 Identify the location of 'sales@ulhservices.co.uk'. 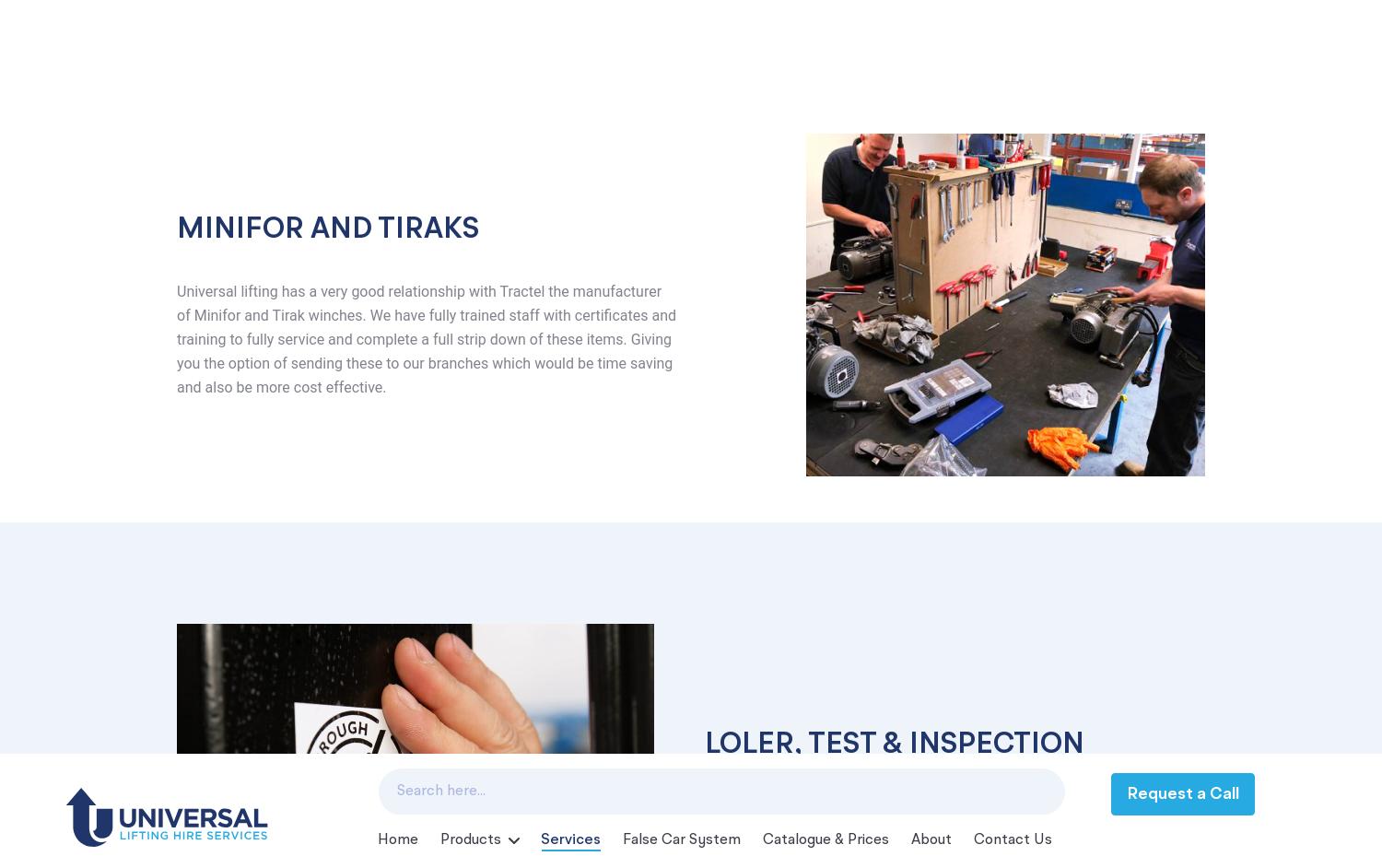
(292, 645).